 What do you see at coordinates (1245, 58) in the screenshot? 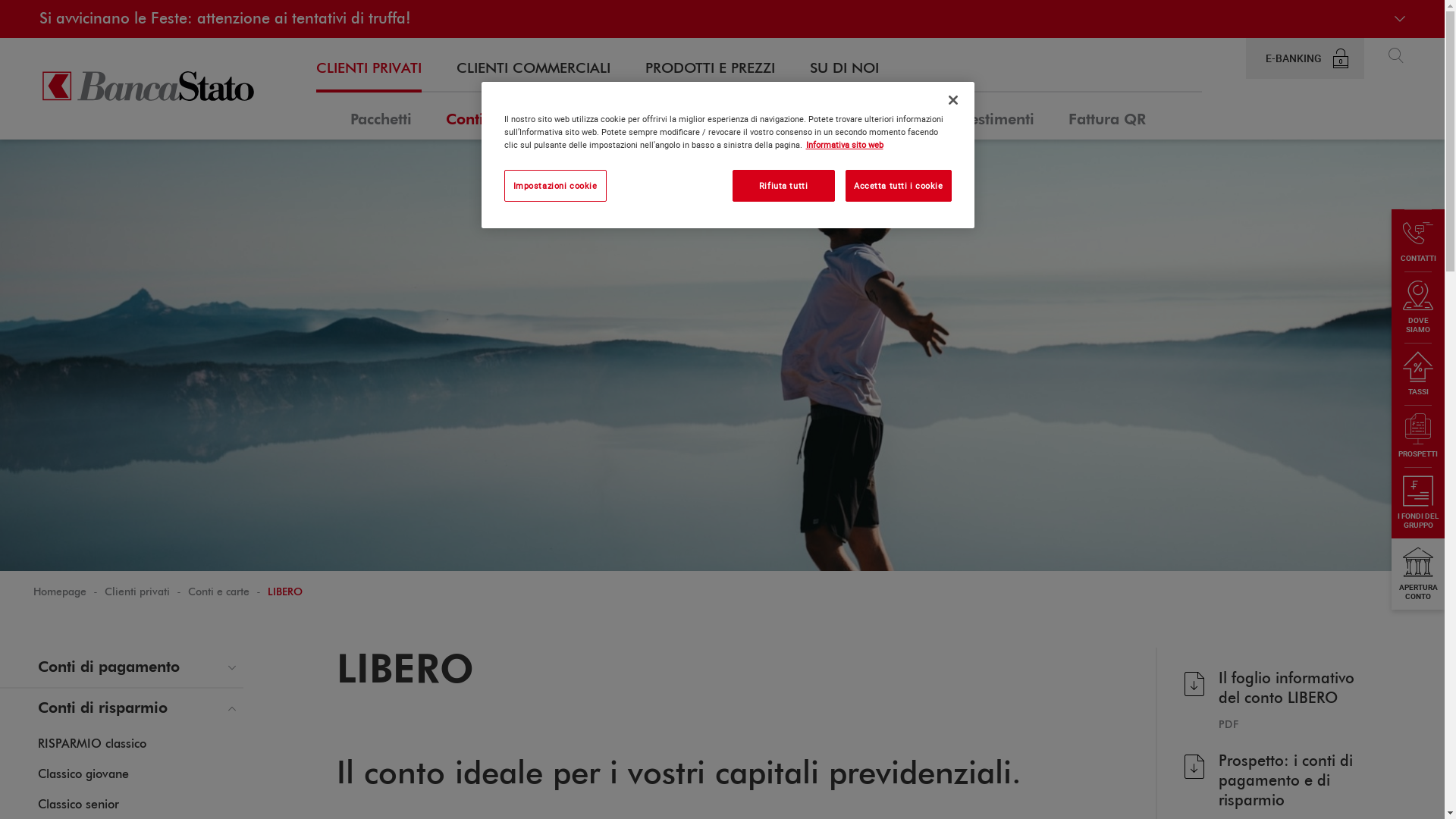
I see `'E-BANKING'` at bounding box center [1245, 58].